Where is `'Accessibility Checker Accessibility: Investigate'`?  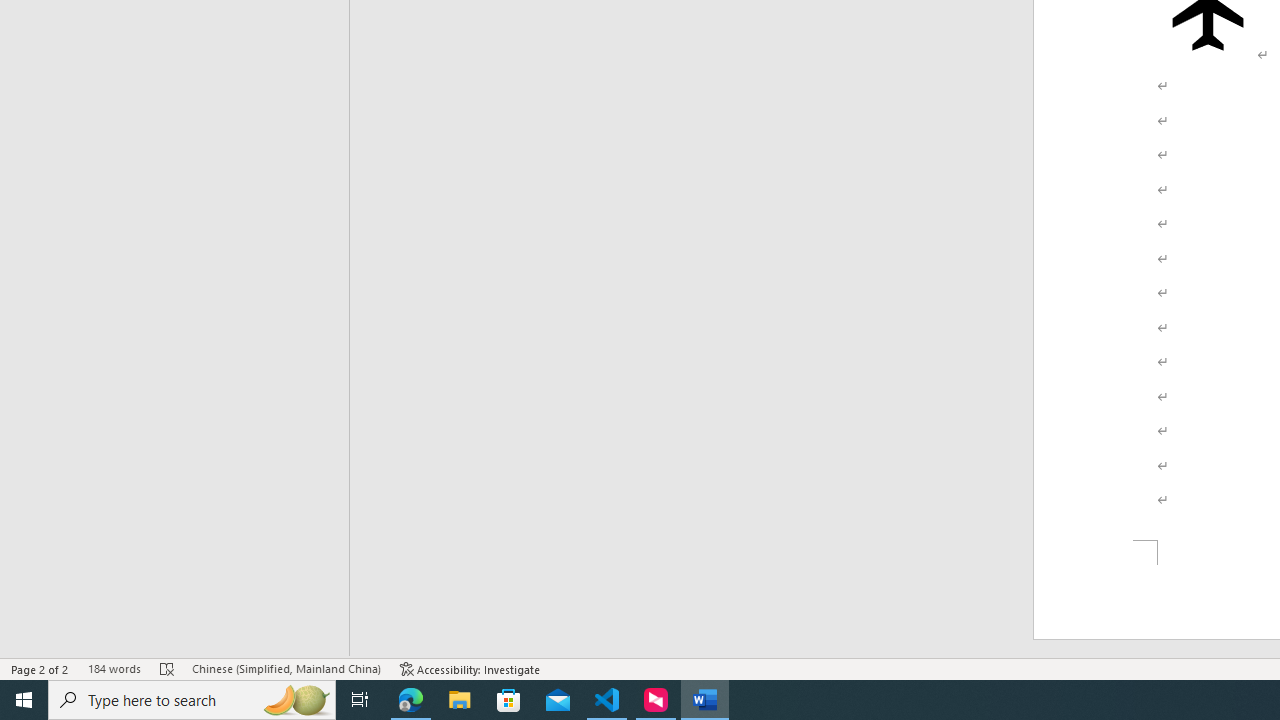 'Accessibility Checker Accessibility: Investigate' is located at coordinates (469, 669).